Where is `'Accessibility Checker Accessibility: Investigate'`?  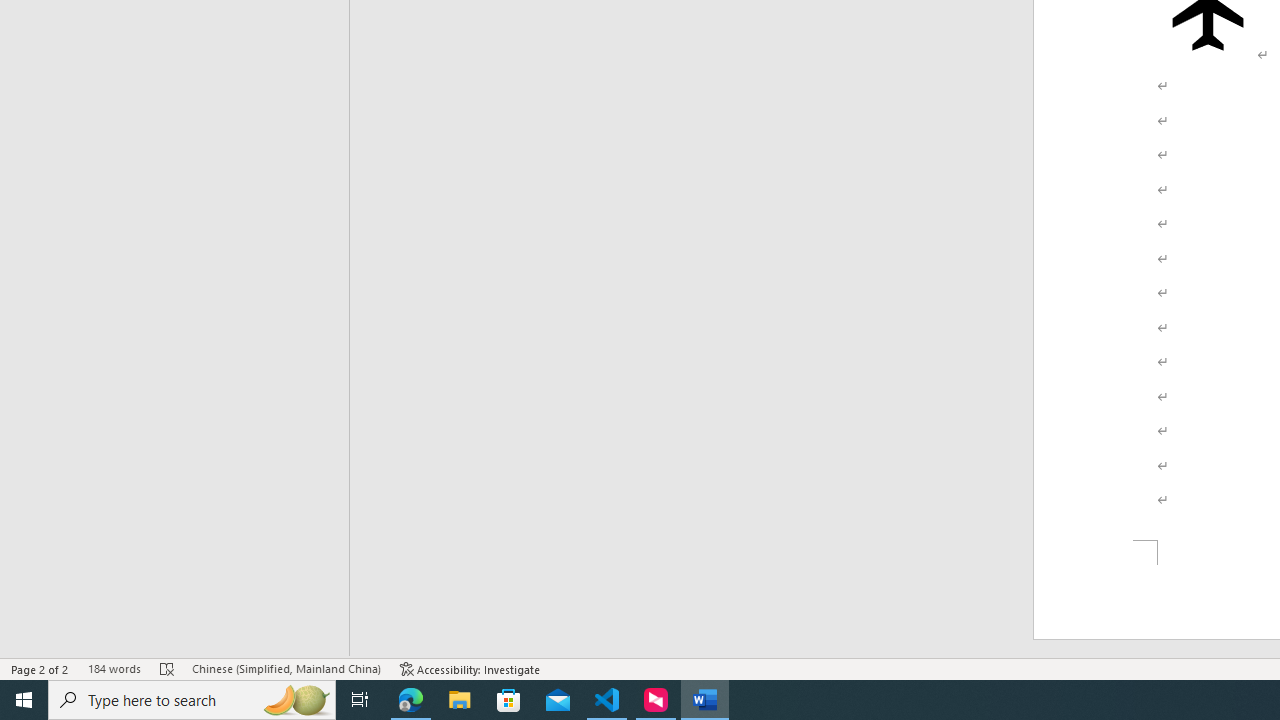 'Accessibility Checker Accessibility: Investigate' is located at coordinates (469, 669).